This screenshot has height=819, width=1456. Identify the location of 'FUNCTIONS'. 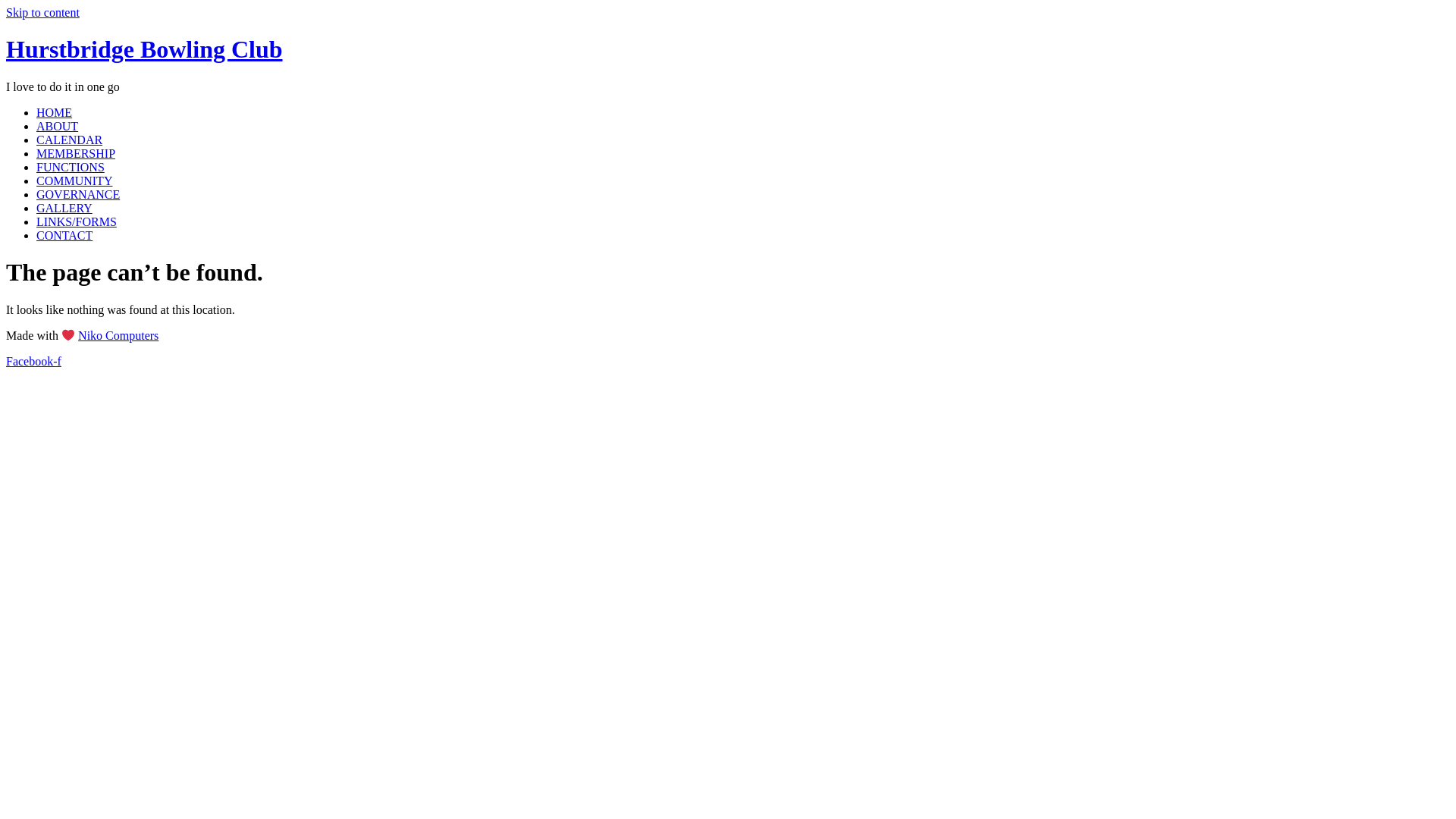
(36, 167).